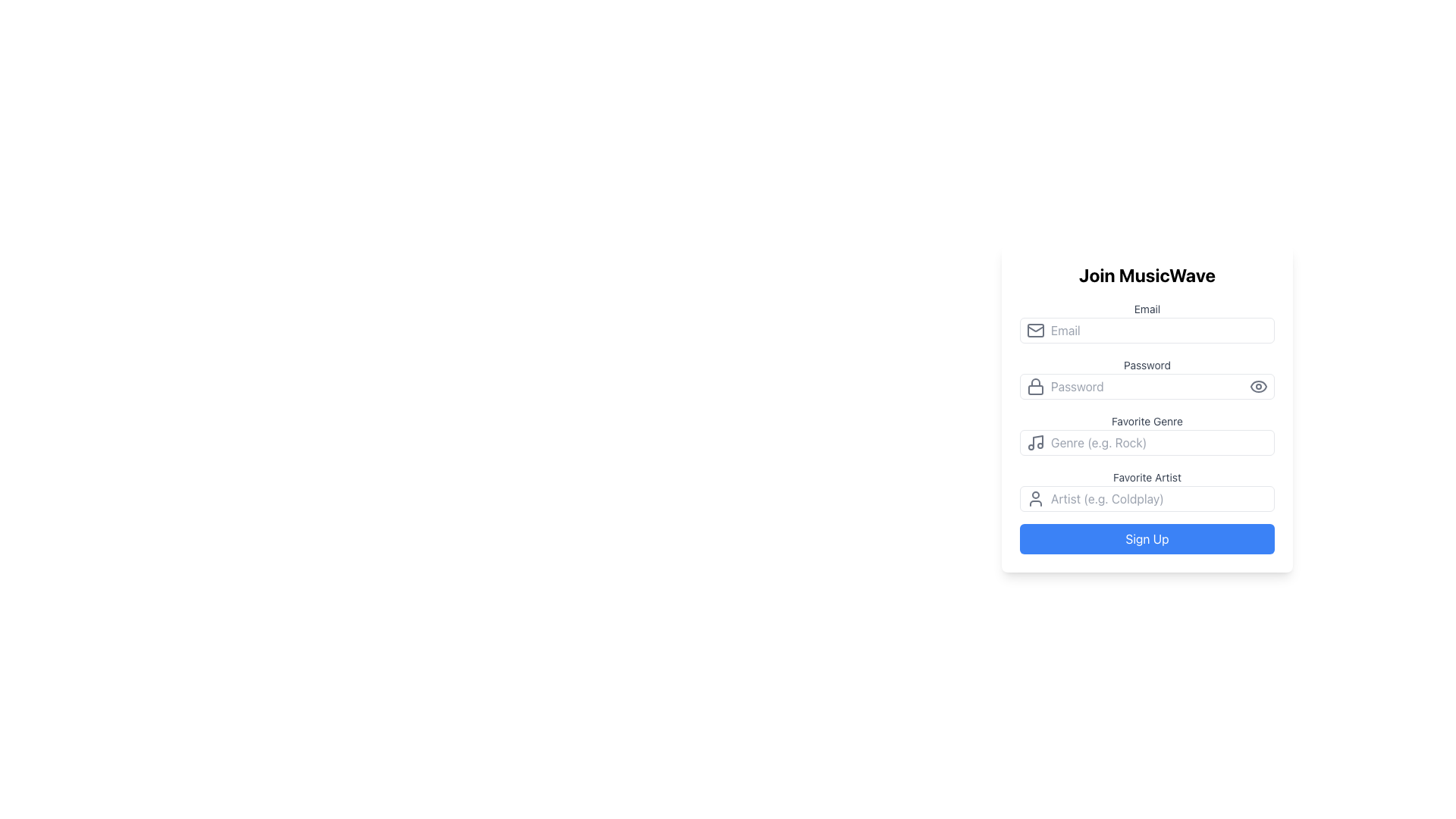 The width and height of the screenshot is (1456, 819). What do you see at coordinates (1147, 427) in the screenshot?
I see `the 'Favorite Genre' label to refocus the input field for entering the user's preferred music genre` at bounding box center [1147, 427].